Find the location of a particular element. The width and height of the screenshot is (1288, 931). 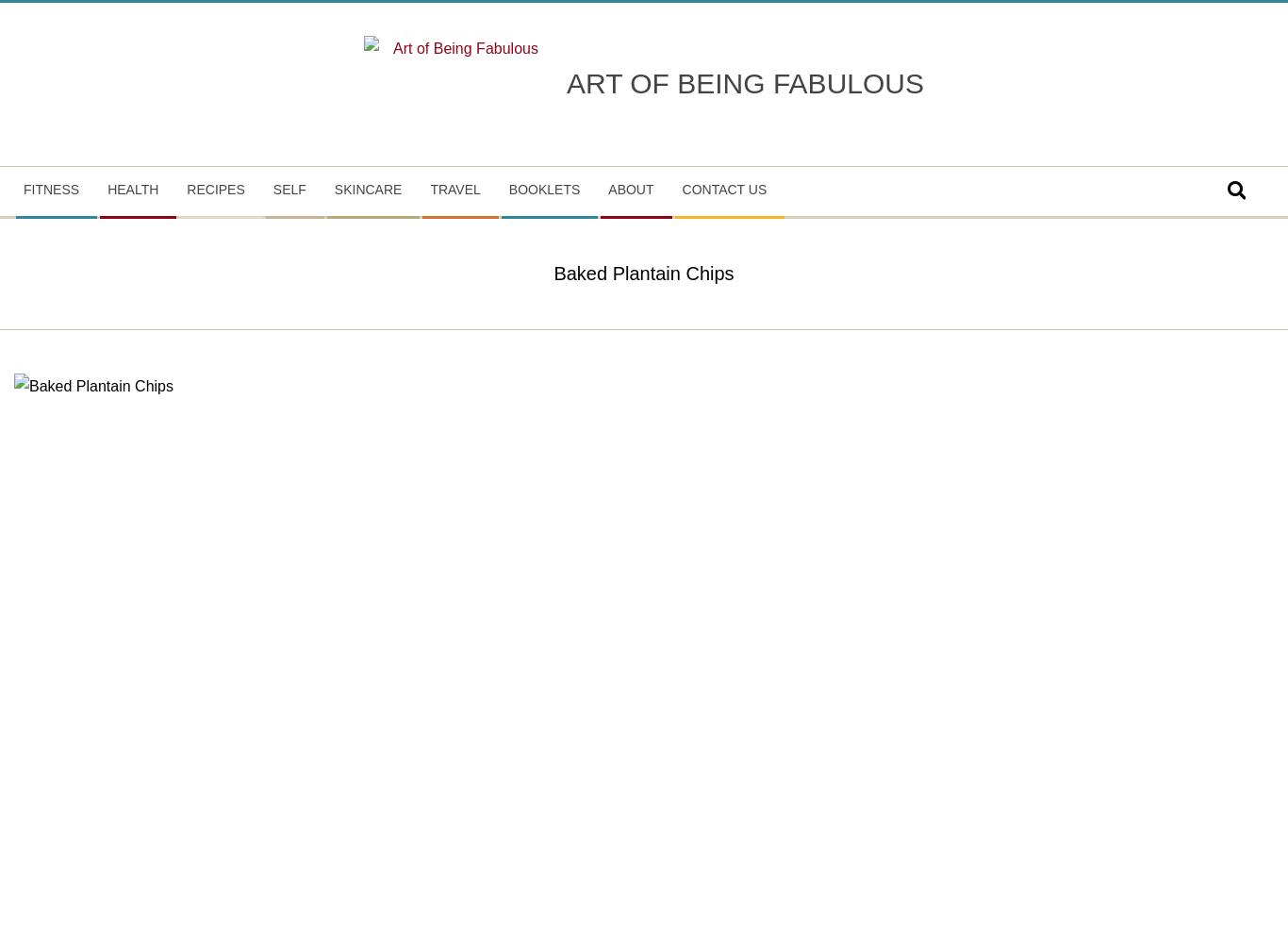

'Travel' is located at coordinates (454, 187).